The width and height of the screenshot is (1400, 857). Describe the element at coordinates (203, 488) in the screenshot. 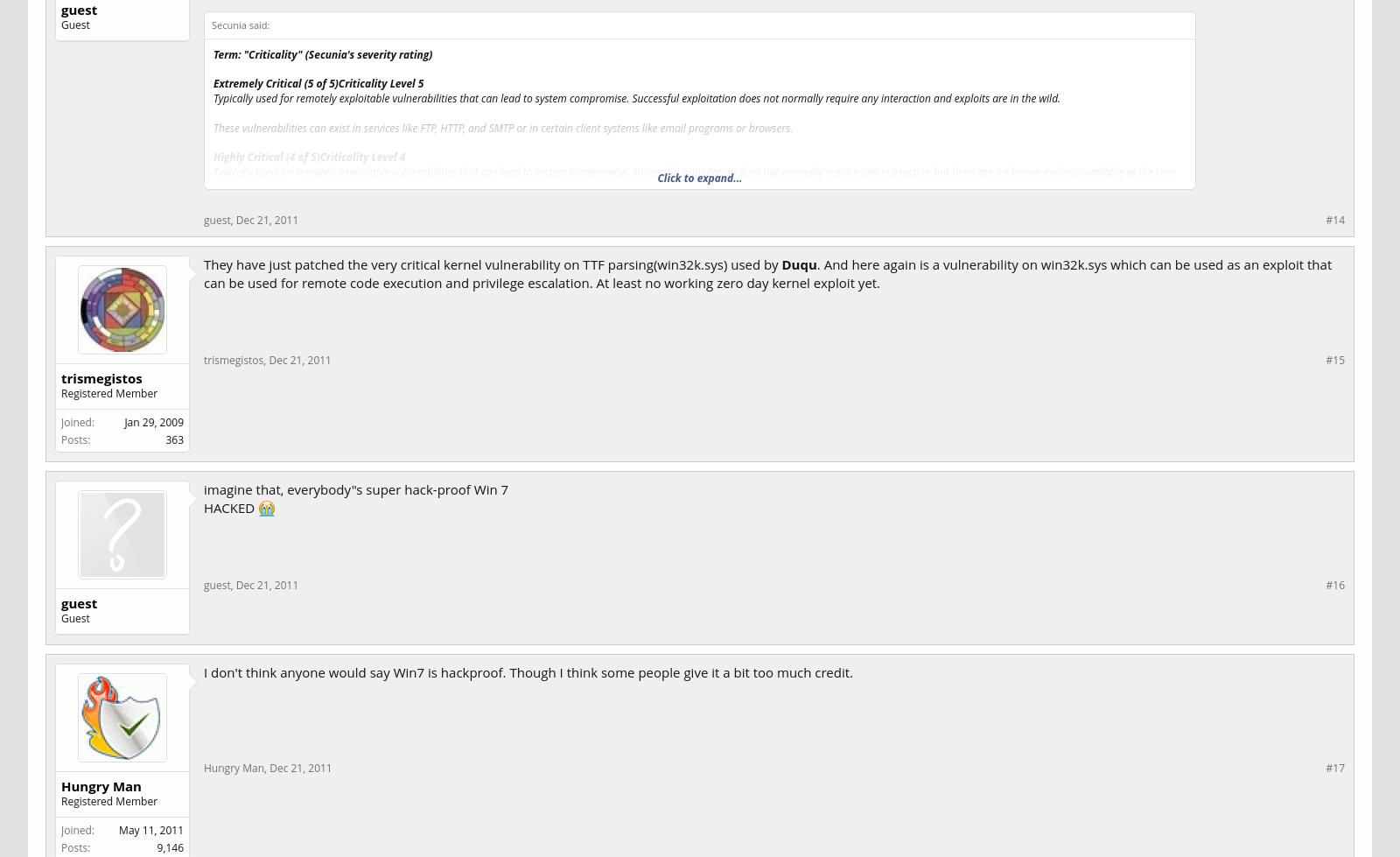

I see `'imagine that, everybody"s super hack-proof Win 7'` at that location.